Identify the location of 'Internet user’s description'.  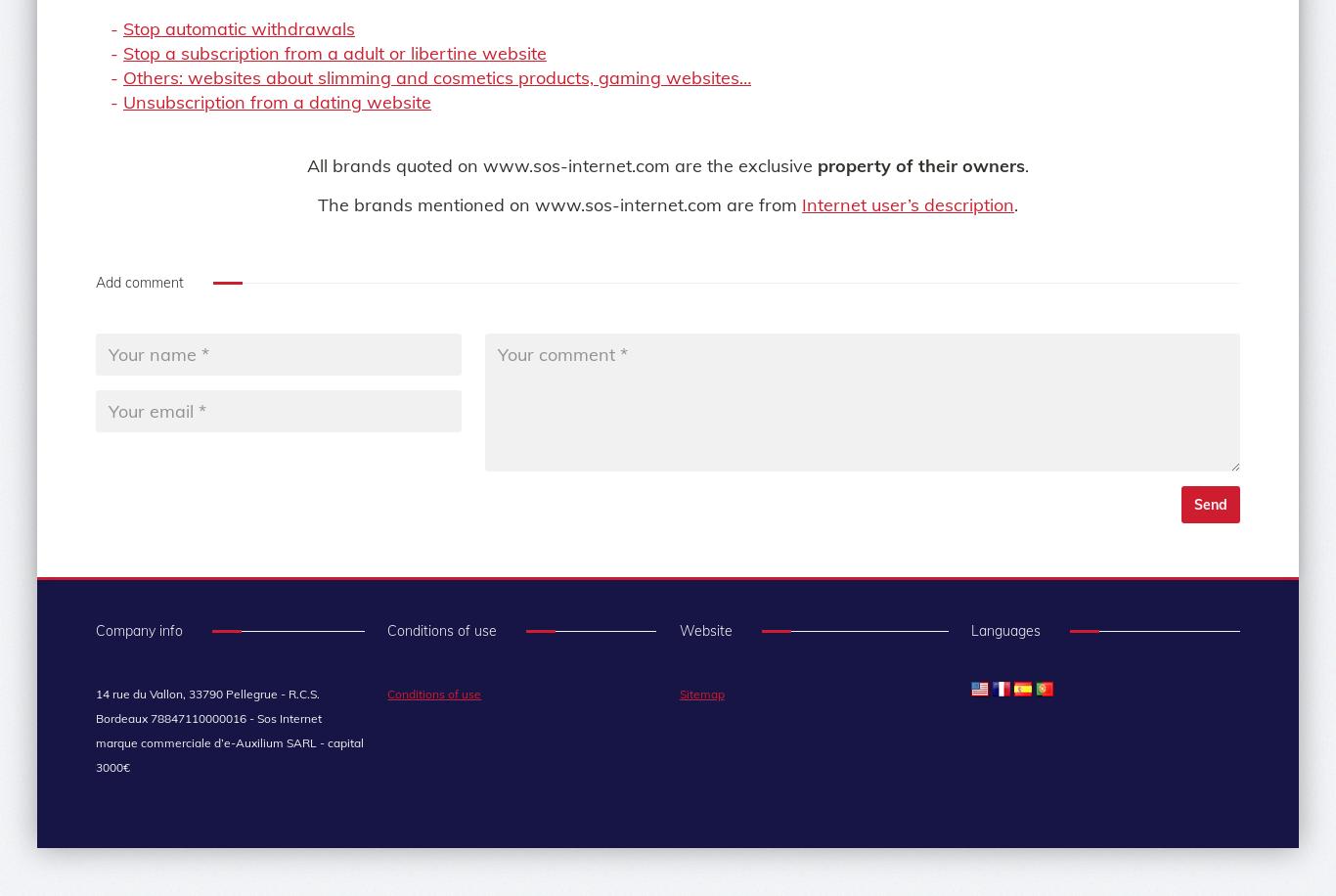
(801, 203).